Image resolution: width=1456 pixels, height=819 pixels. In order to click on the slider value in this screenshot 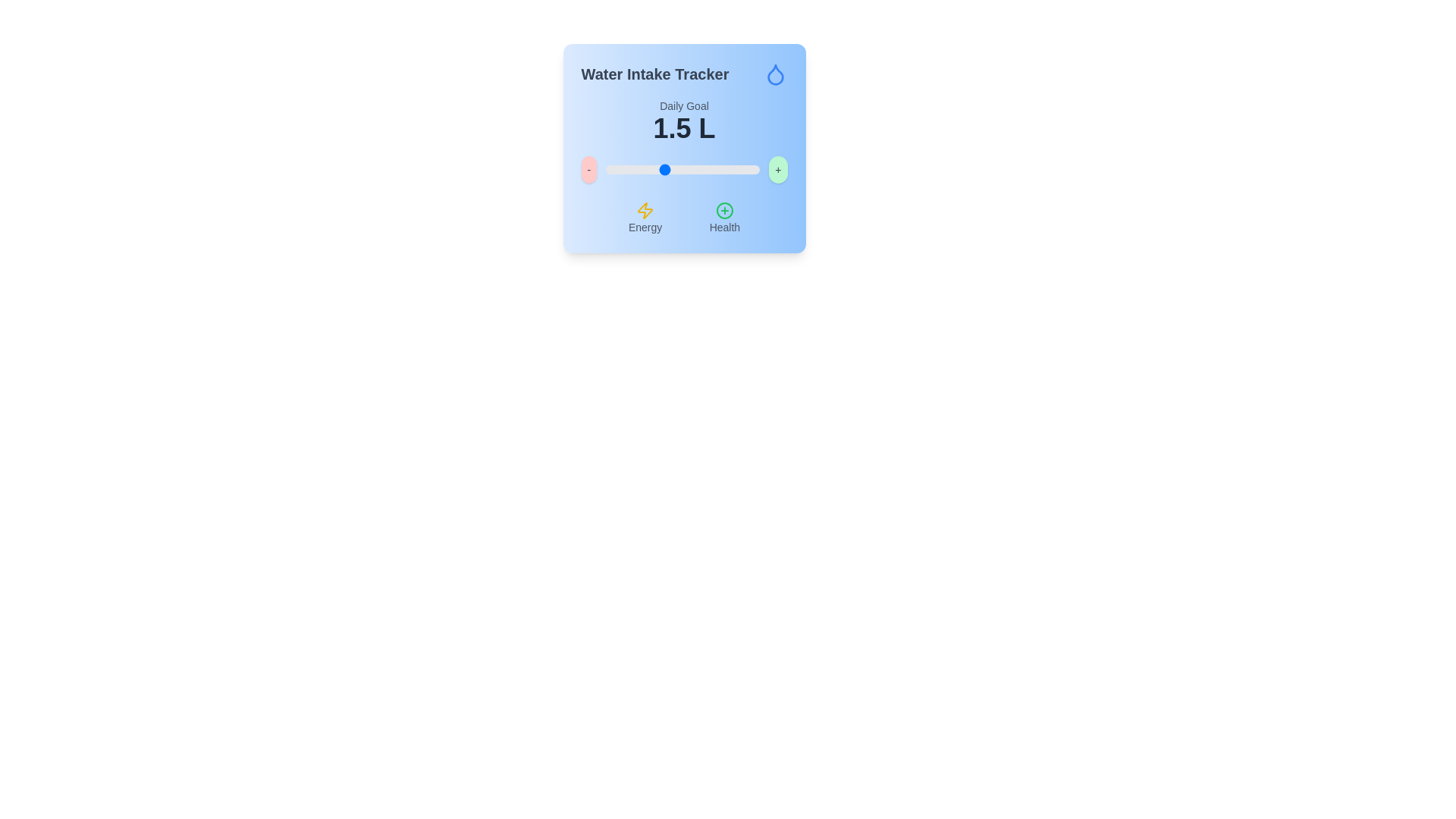, I will do `click(682, 169)`.